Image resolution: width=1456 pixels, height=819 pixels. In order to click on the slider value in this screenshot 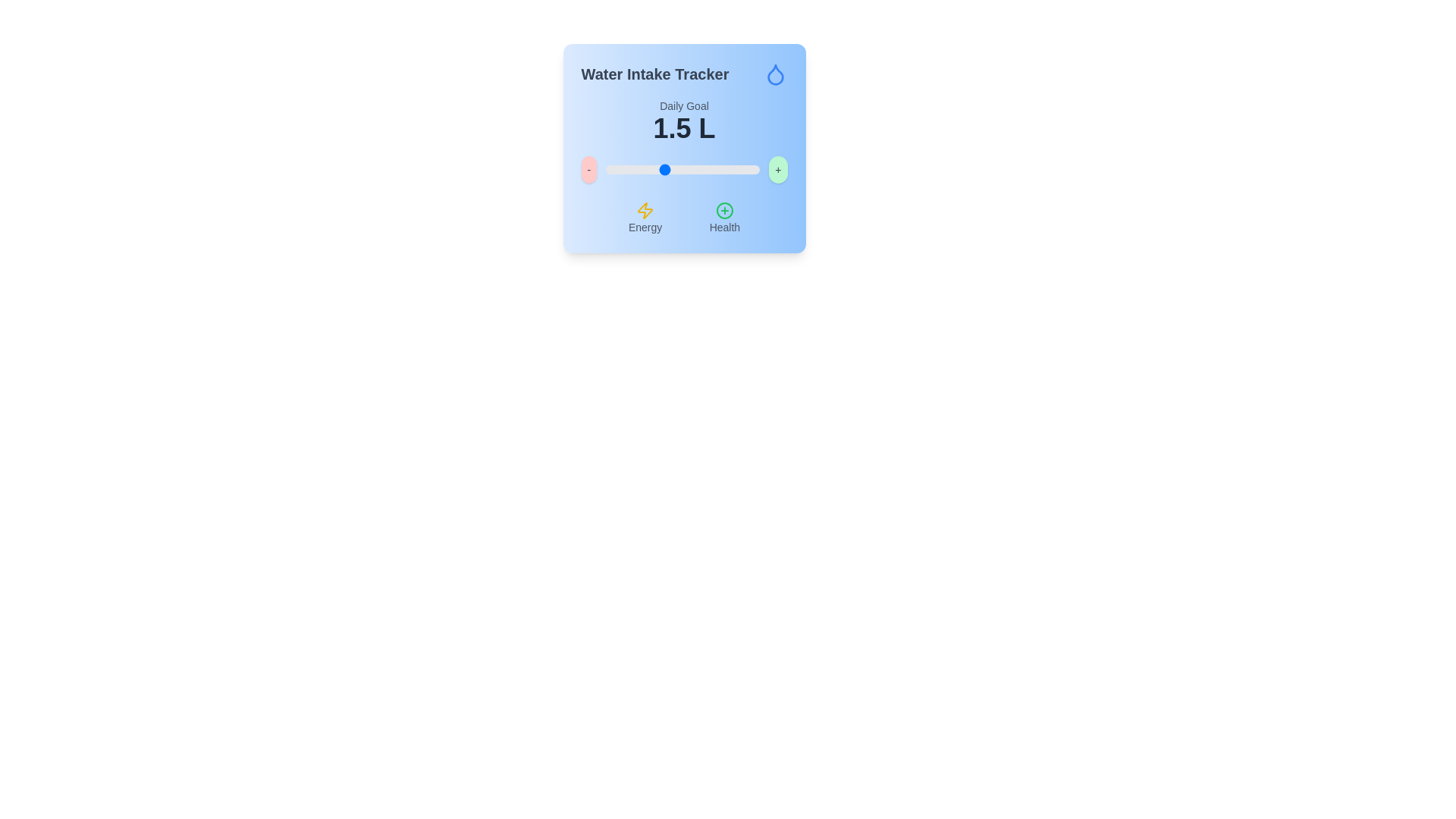, I will do `click(682, 169)`.